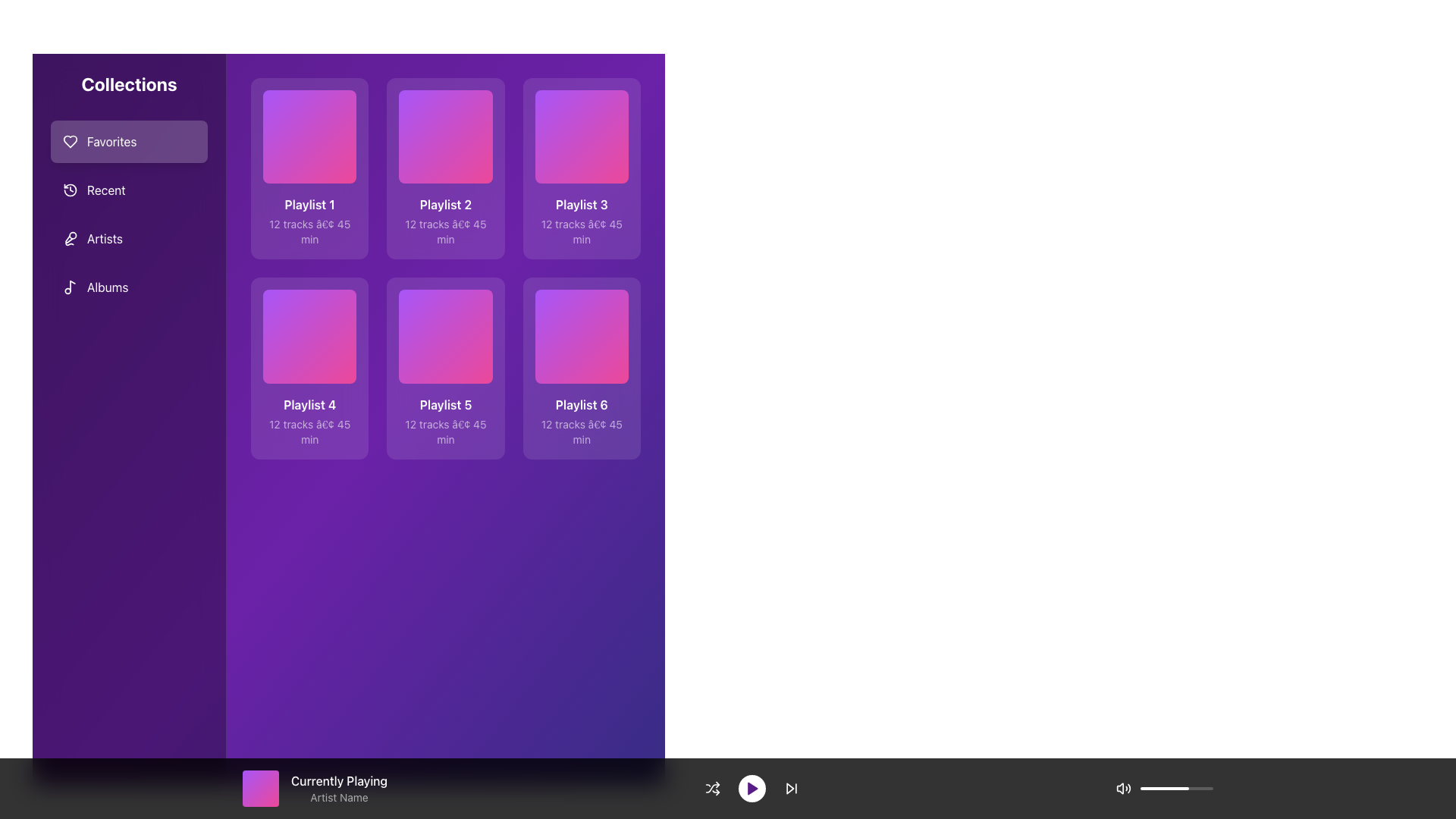 The height and width of the screenshot is (819, 1456). Describe the element at coordinates (1207, 788) in the screenshot. I see `the volume` at that location.